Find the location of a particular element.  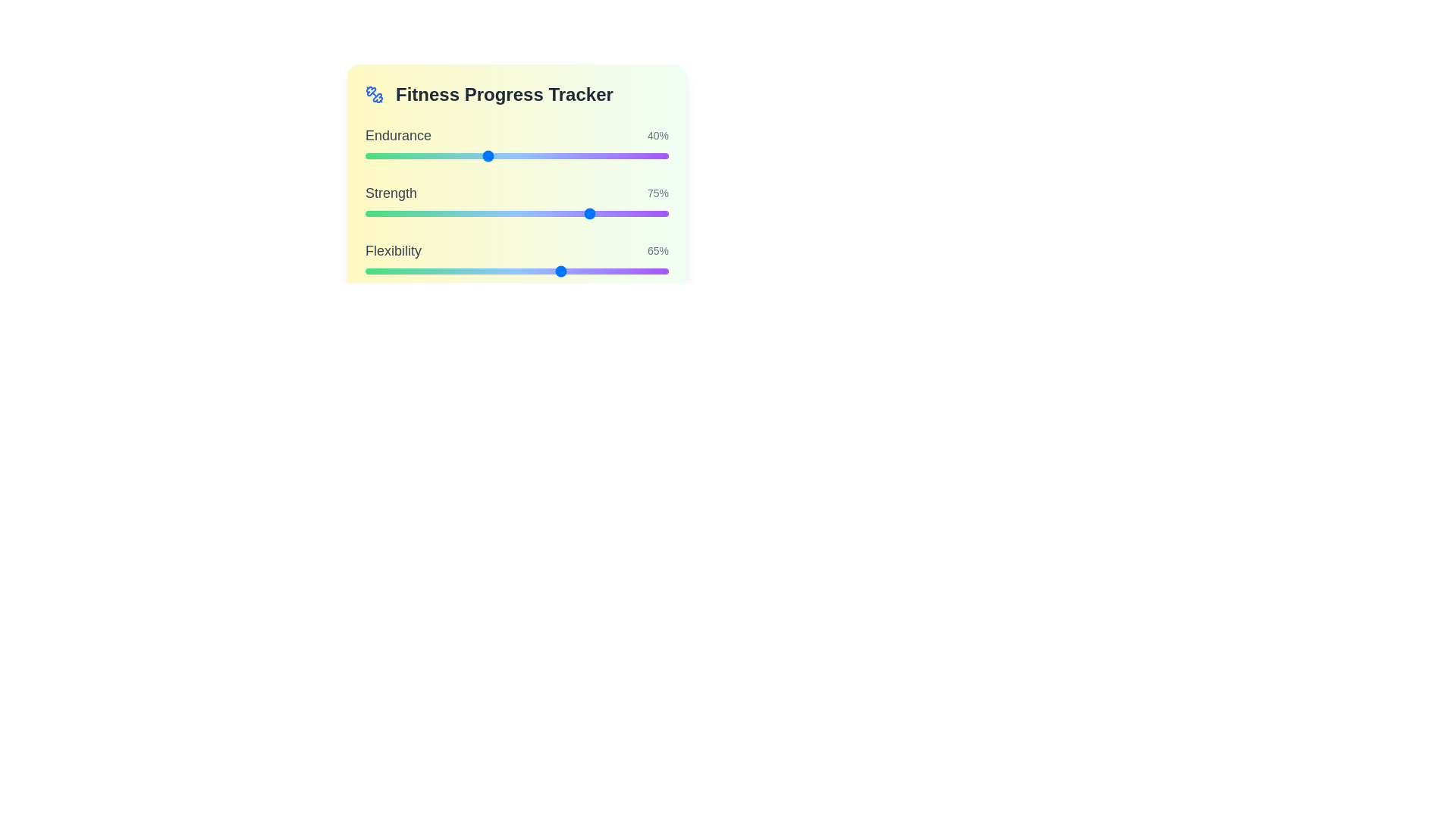

strength slider is located at coordinates (562, 213).